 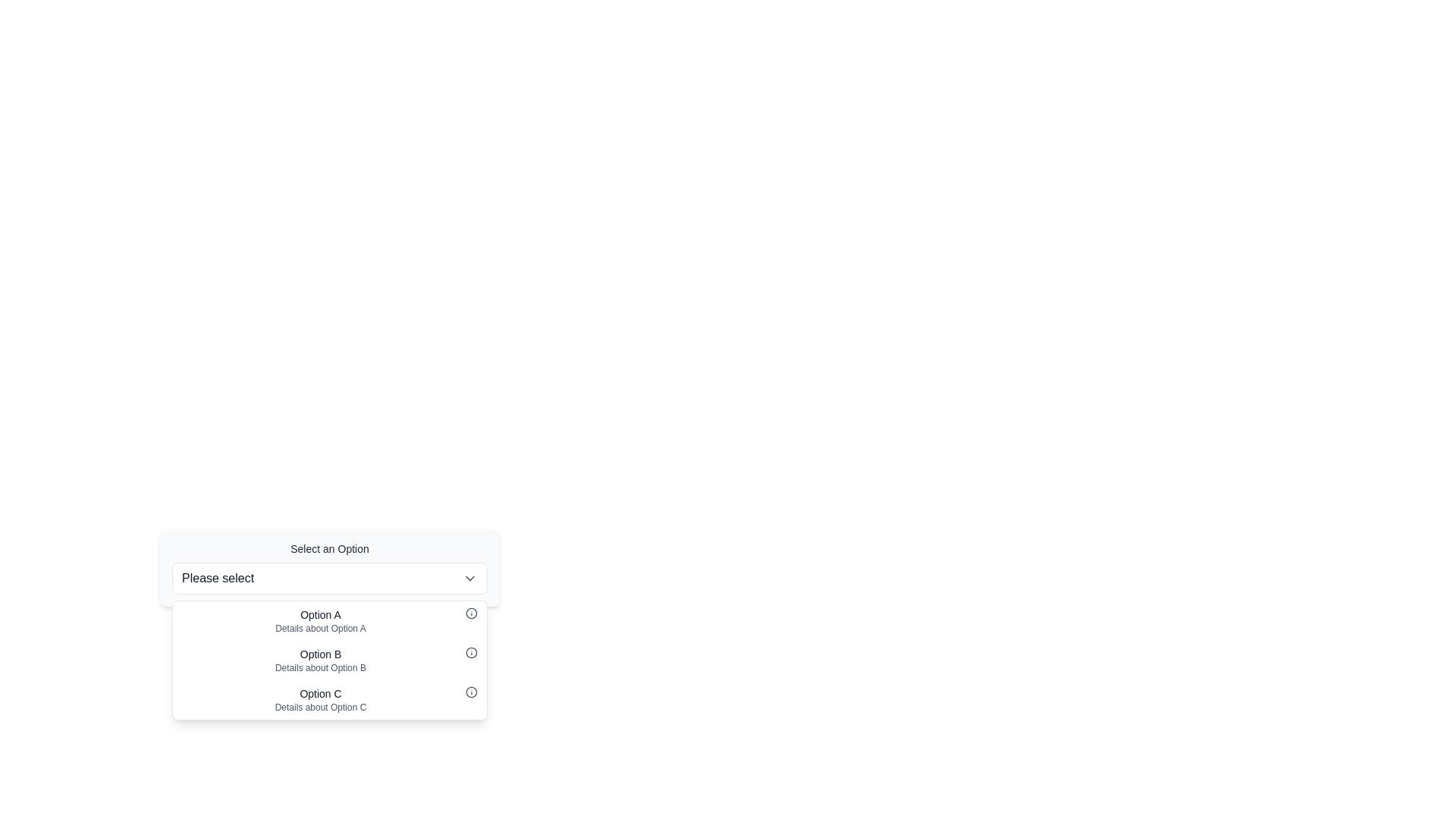 I want to click on the information icon styled with a circular outline and a small 'i' in the center, located to the right of the 'Option A' text, so click(x=471, y=613).